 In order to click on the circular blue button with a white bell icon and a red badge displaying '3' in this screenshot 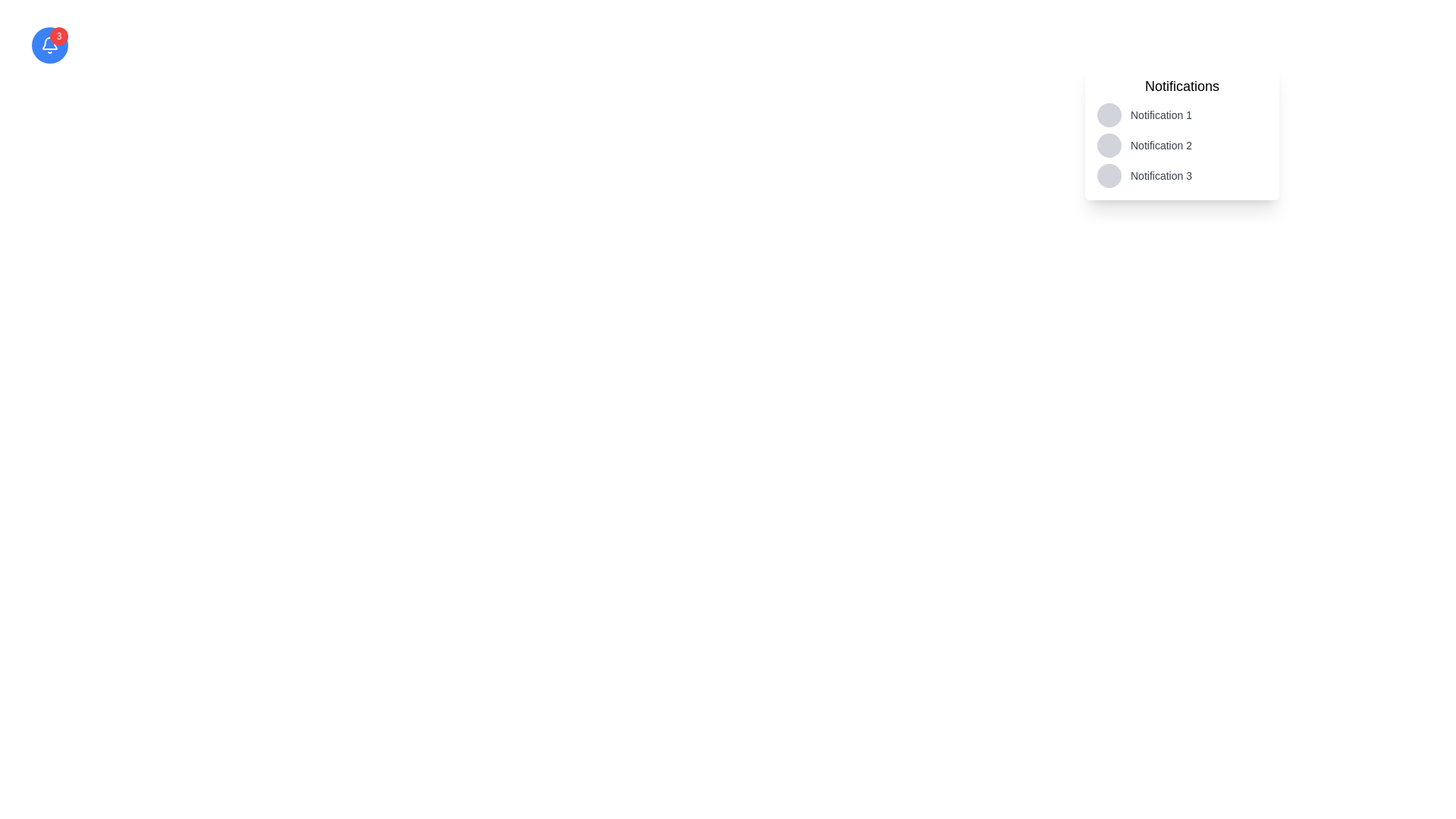, I will do `click(50, 45)`.